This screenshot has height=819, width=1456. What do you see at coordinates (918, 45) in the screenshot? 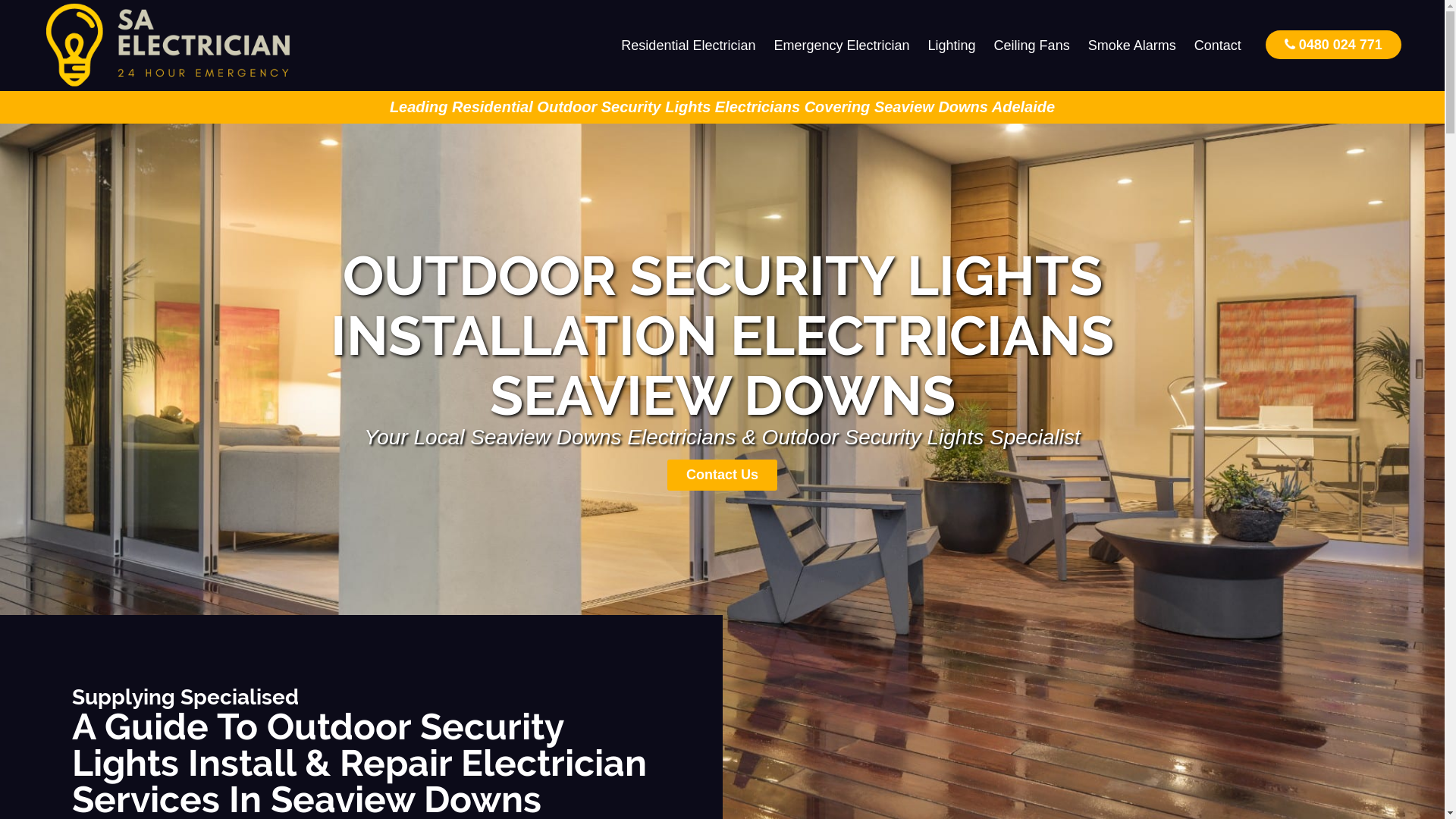
I see `'Lighting'` at bounding box center [918, 45].